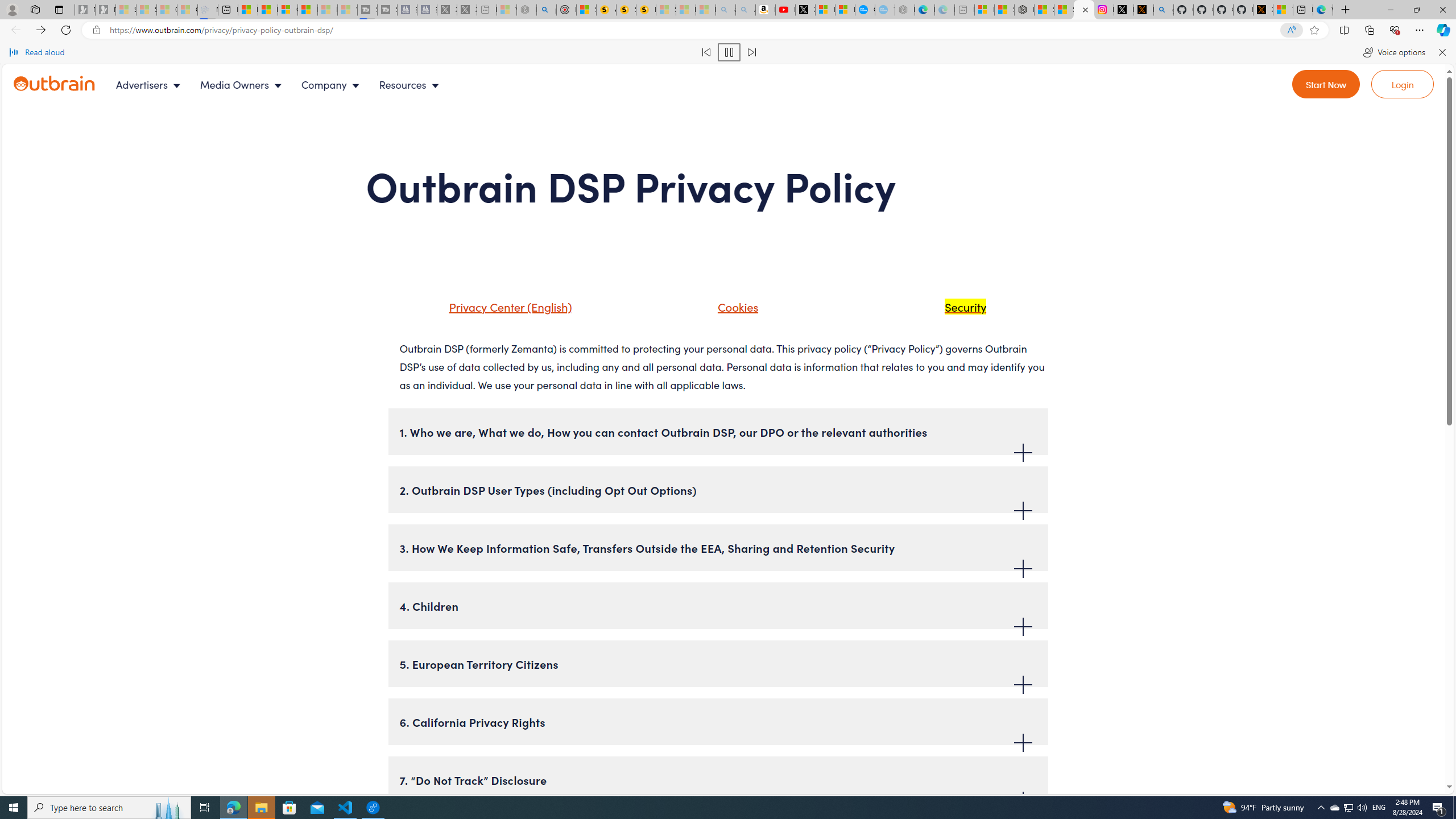 Image resolution: width=1456 pixels, height=819 pixels. What do you see at coordinates (864, 9) in the screenshot?
I see `'Opinion: Op-Ed and Commentary - USA TODAY'` at bounding box center [864, 9].